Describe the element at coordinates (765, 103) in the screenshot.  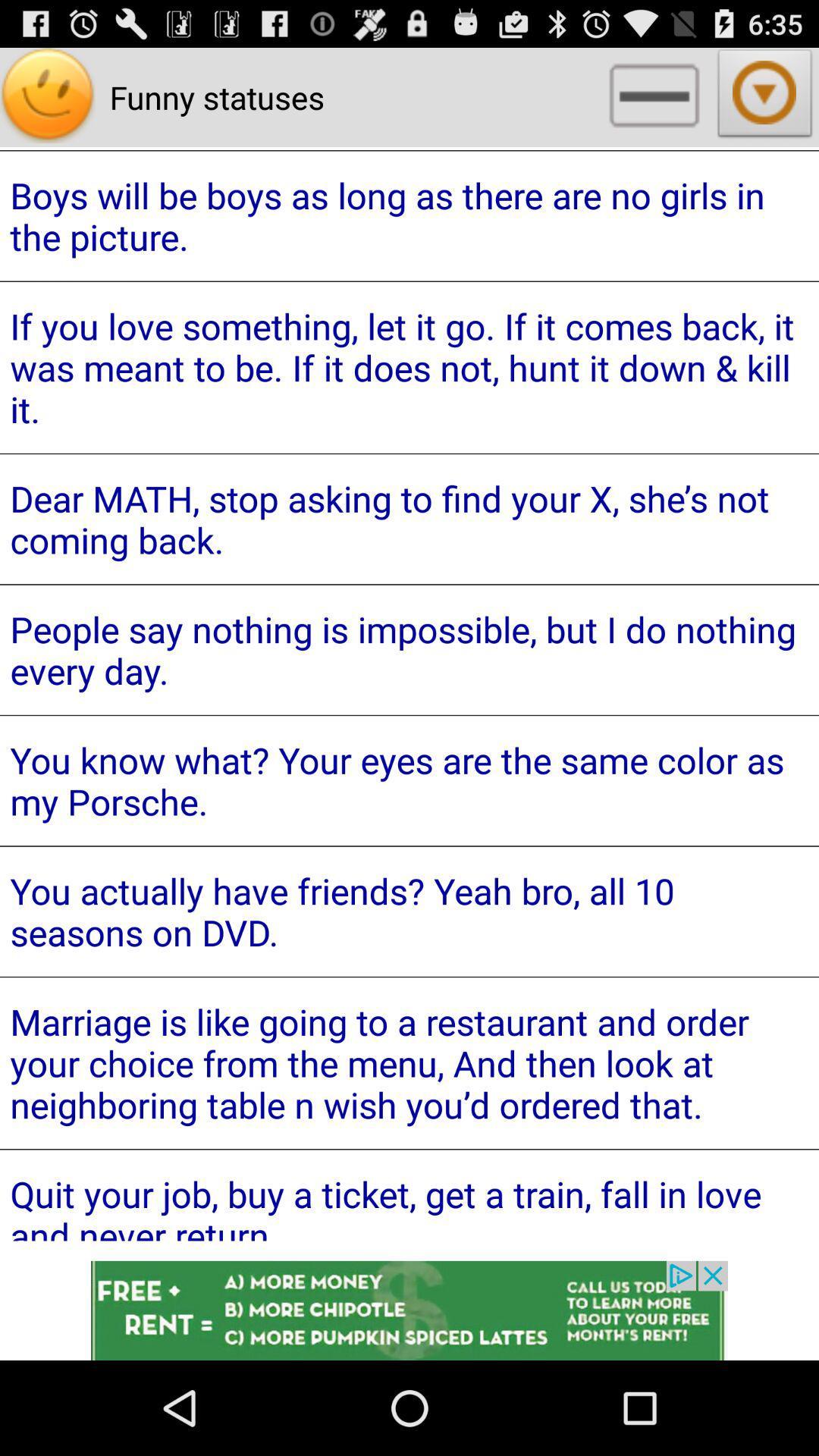
I see `the arrow_downward icon` at that location.